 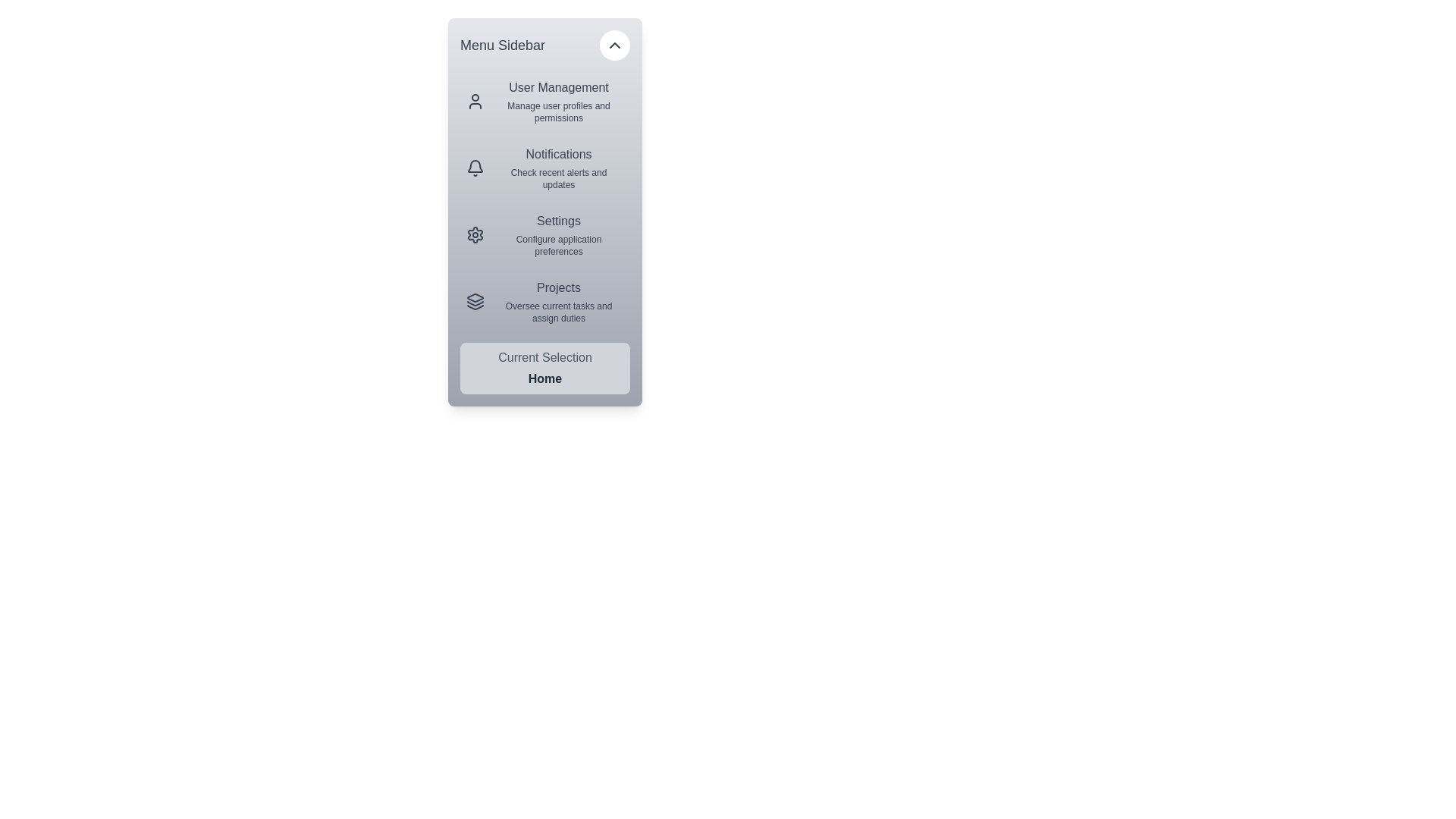 What do you see at coordinates (558, 111) in the screenshot?
I see `the text label 'Manage user profiles and permissions' located directly below the 'User Management' label in the sidebar menu` at bounding box center [558, 111].